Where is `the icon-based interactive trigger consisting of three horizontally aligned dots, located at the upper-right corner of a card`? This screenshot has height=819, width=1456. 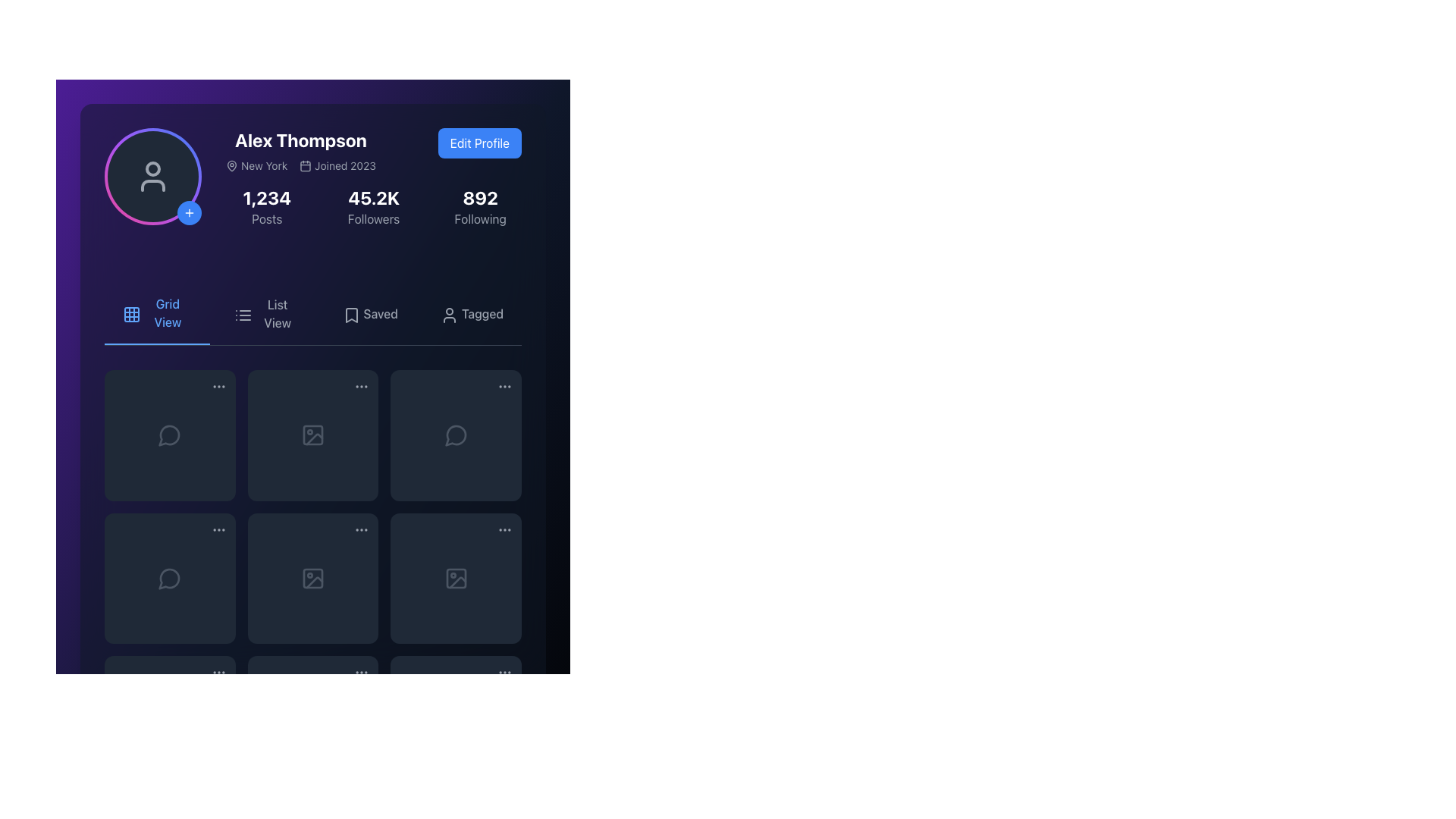 the icon-based interactive trigger consisting of three horizontally aligned dots, located at the upper-right corner of a card is located at coordinates (505, 386).